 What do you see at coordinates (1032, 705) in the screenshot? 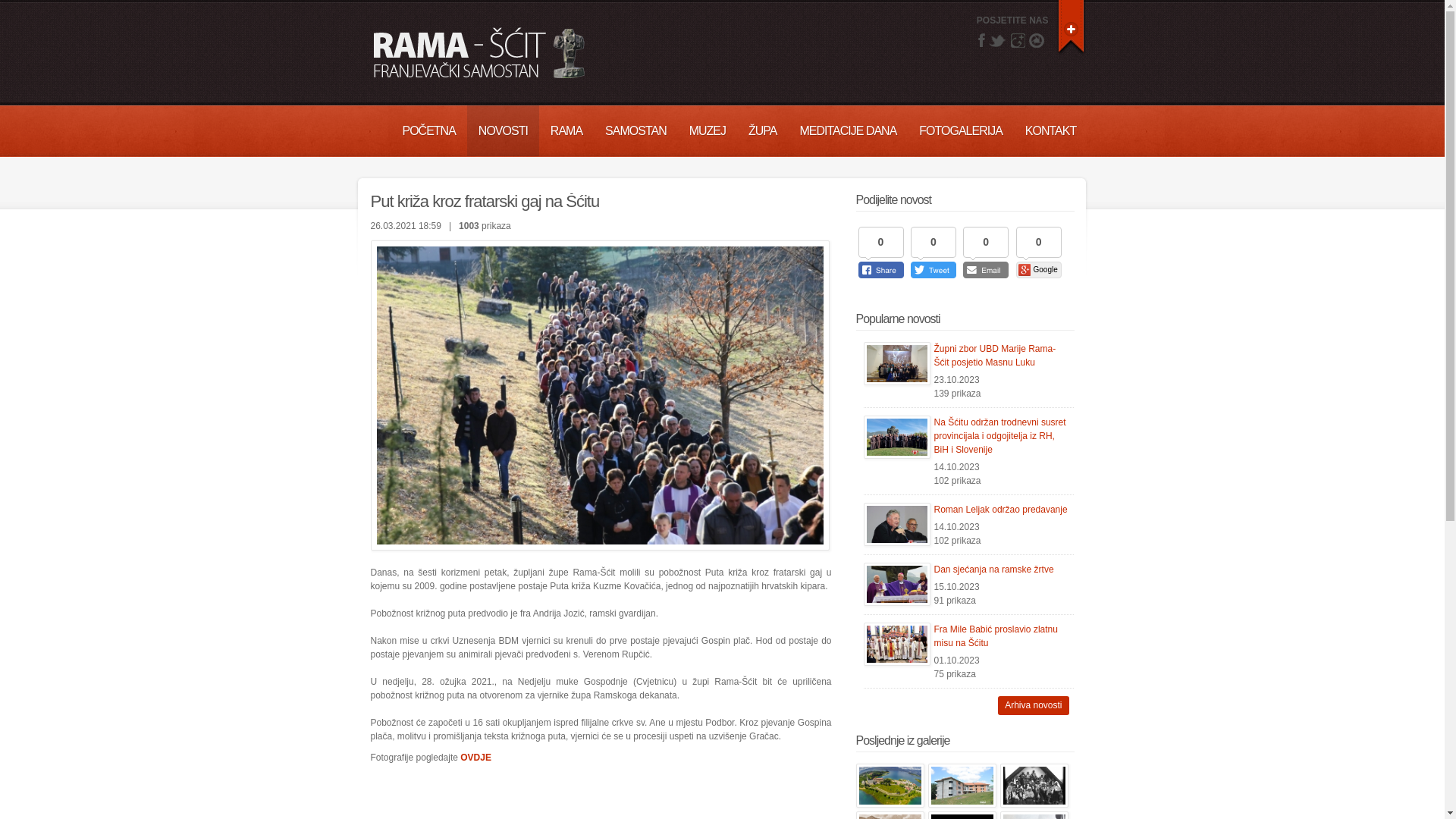
I see `'Arhiva novosti'` at bounding box center [1032, 705].